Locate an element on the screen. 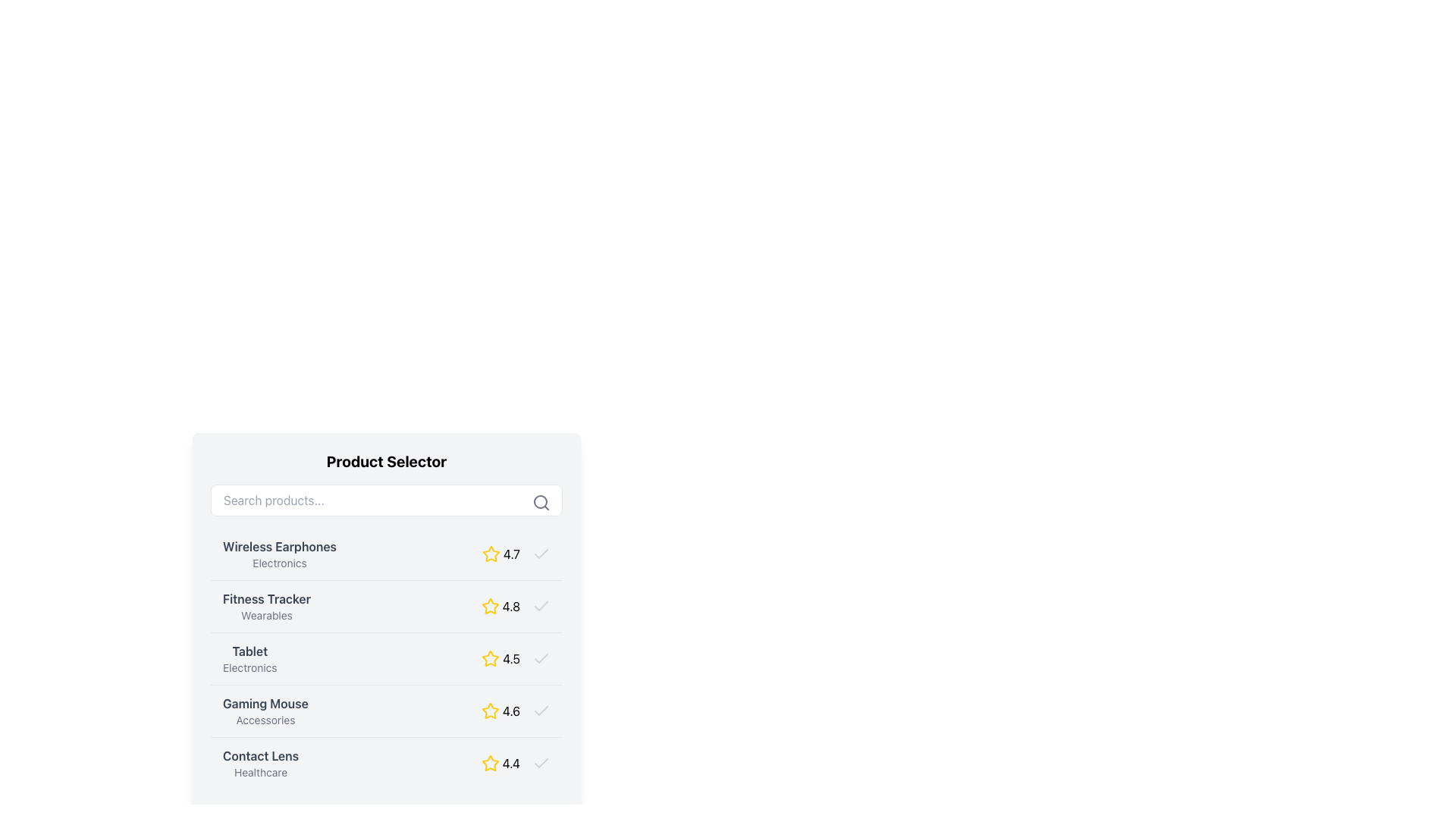  the first product entry titled 'Wireless Earphones' in the 'Product Selector' list is located at coordinates (386, 554).